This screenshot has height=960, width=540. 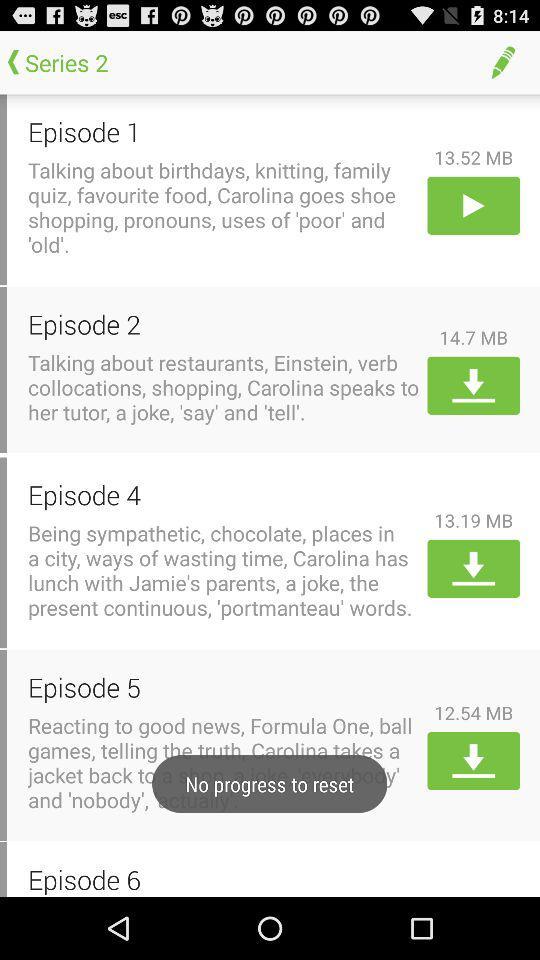 What do you see at coordinates (223, 130) in the screenshot?
I see `episode 1 app` at bounding box center [223, 130].